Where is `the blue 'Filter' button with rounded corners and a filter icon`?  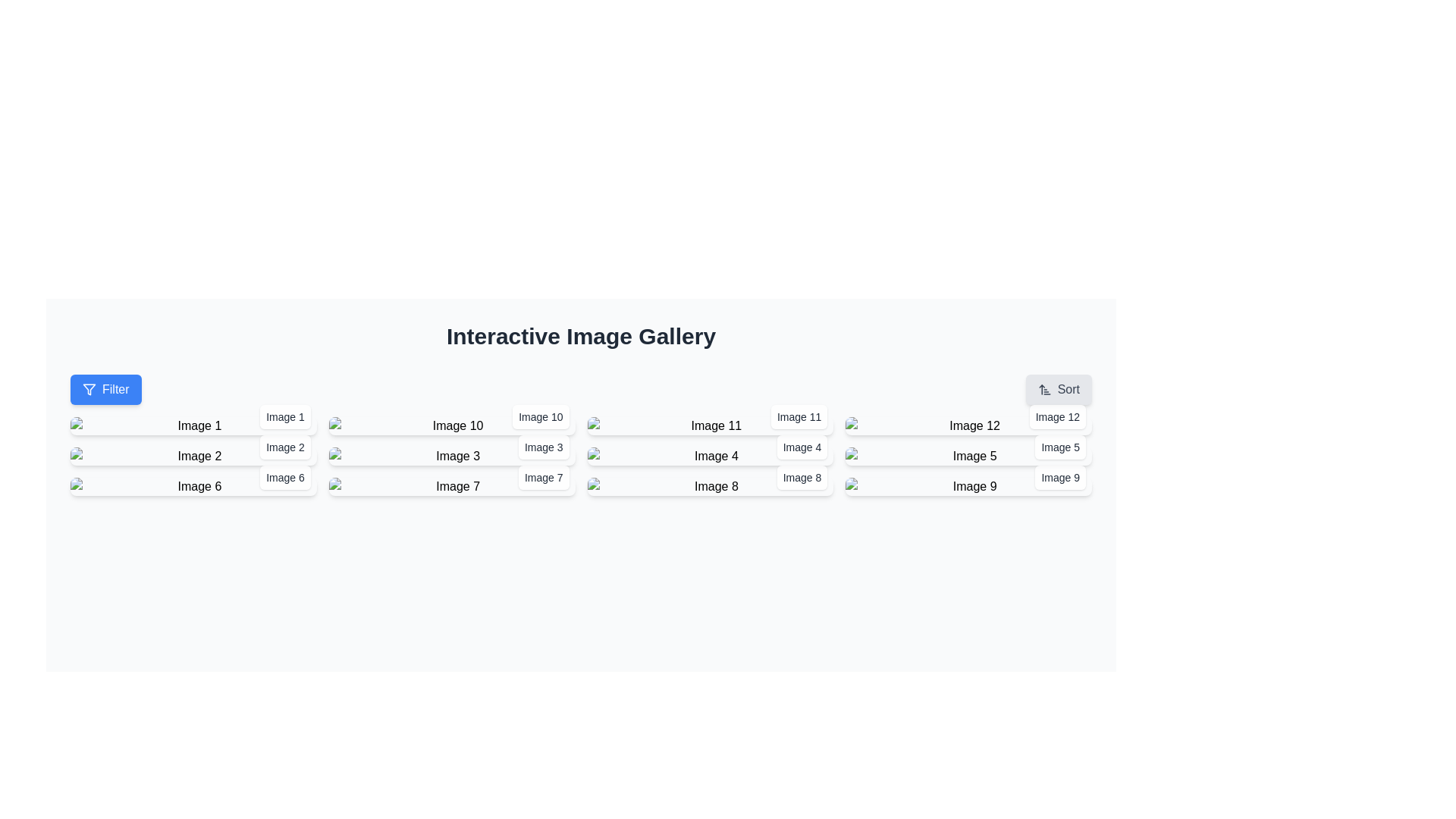 the blue 'Filter' button with rounded corners and a filter icon is located at coordinates (105, 388).